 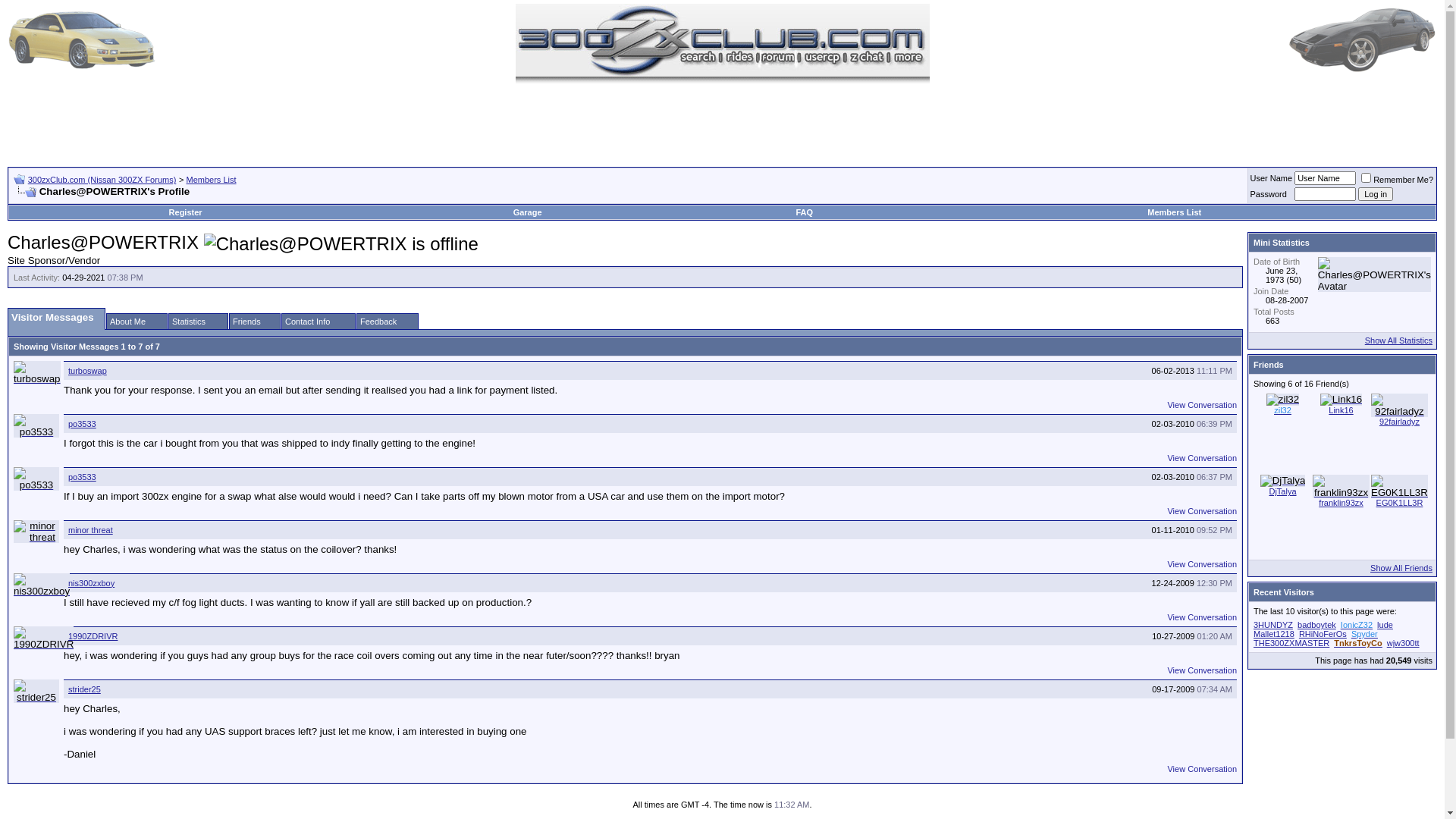 What do you see at coordinates (1365, 339) in the screenshot?
I see `'Show All Statistics'` at bounding box center [1365, 339].